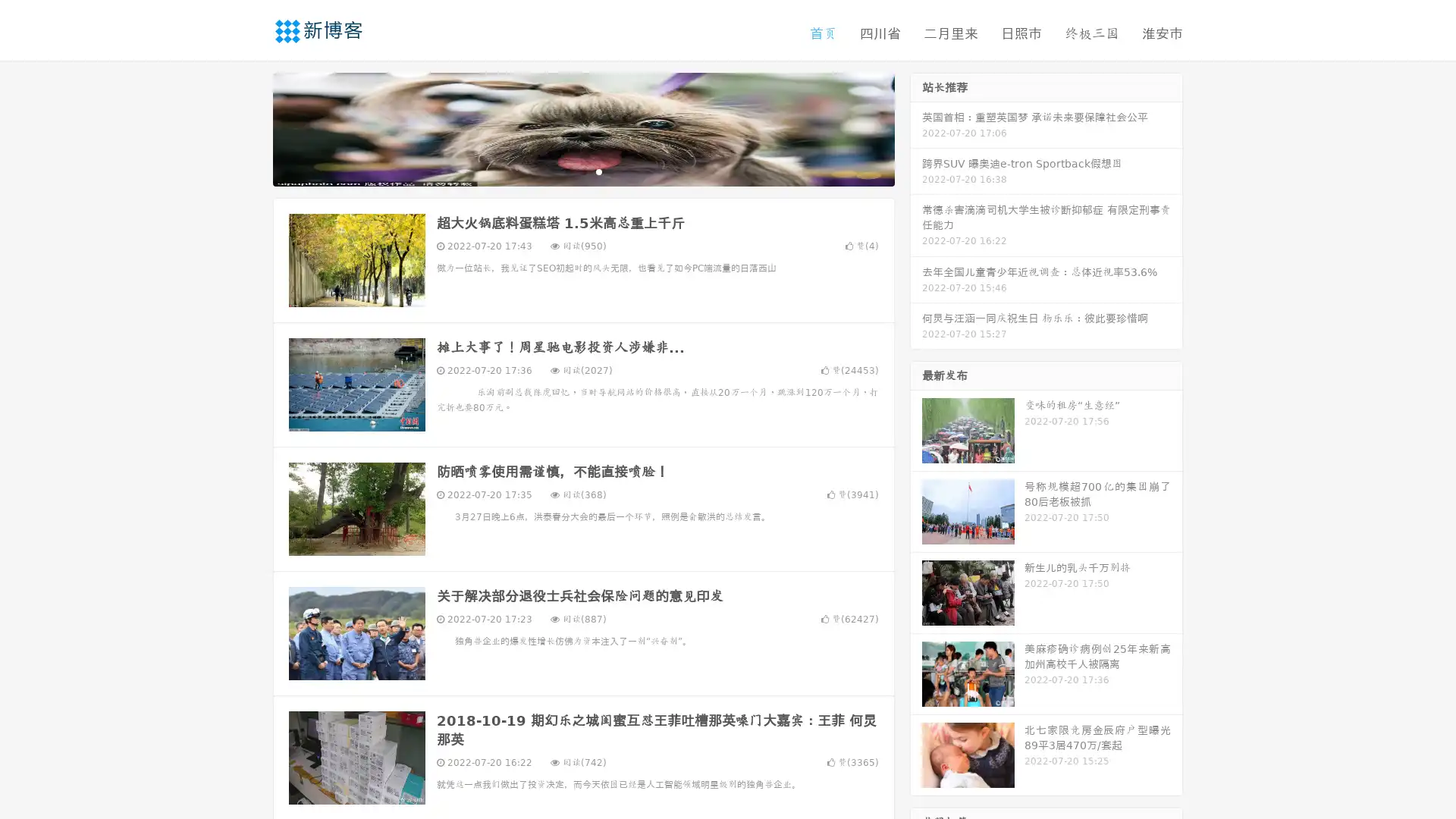 The height and width of the screenshot is (819, 1456). What do you see at coordinates (916, 127) in the screenshot?
I see `Next slide` at bounding box center [916, 127].